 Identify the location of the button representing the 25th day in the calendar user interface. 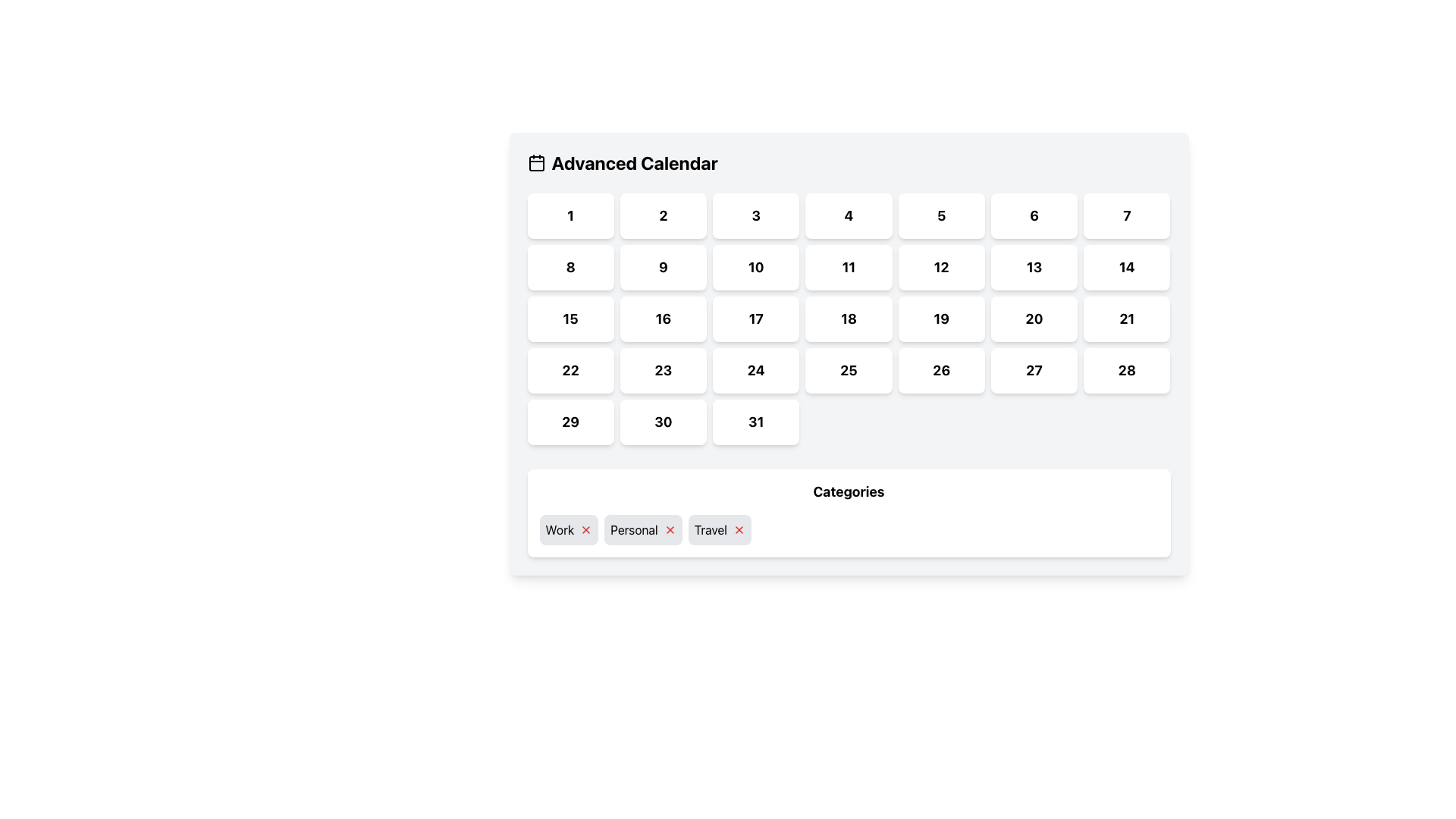
(848, 371).